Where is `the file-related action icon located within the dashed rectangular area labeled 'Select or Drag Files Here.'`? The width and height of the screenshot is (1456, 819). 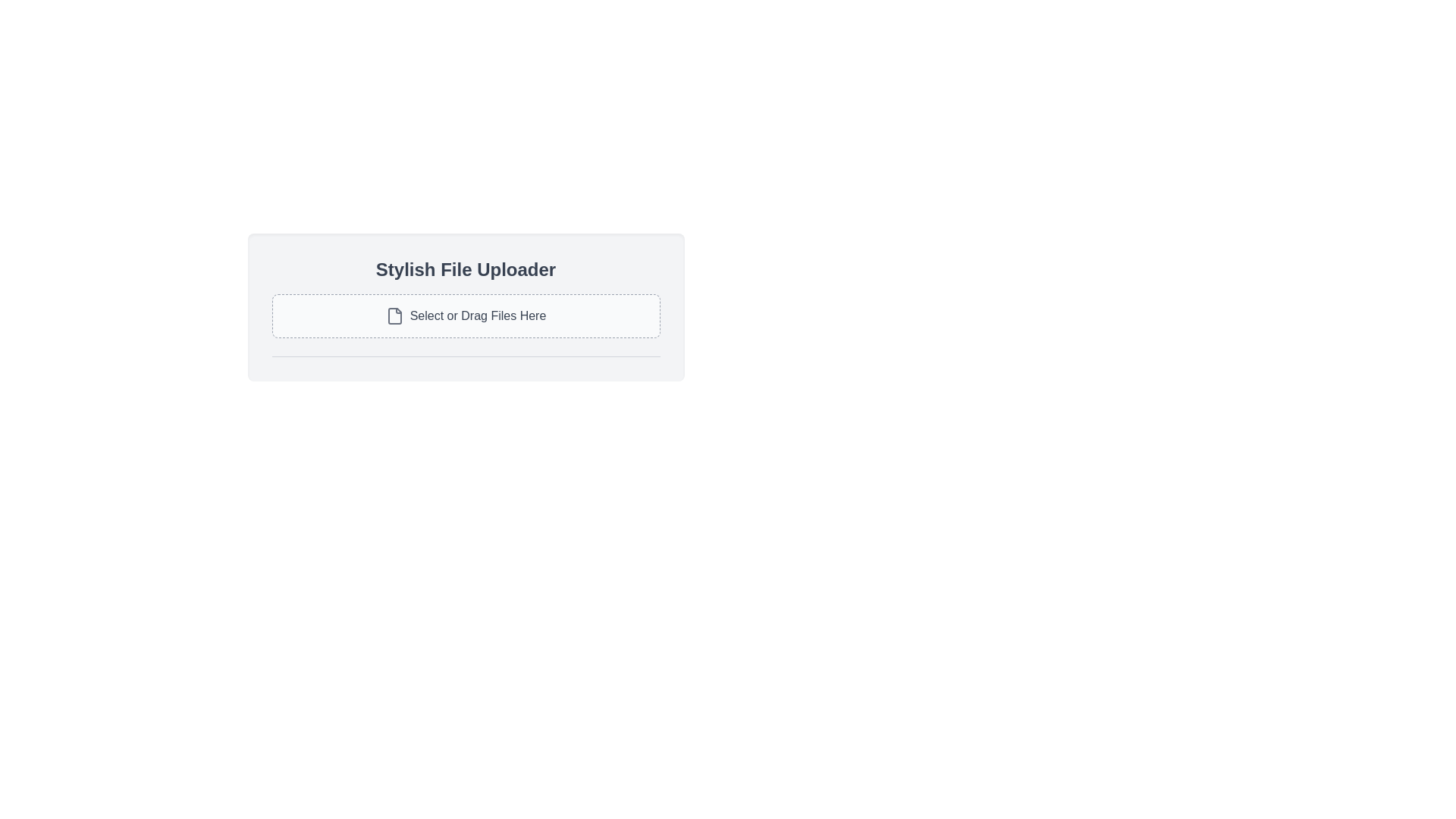
the file-related action icon located within the dashed rectangular area labeled 'Select or Drag Files Here.' is located at coordinates (394, 315).